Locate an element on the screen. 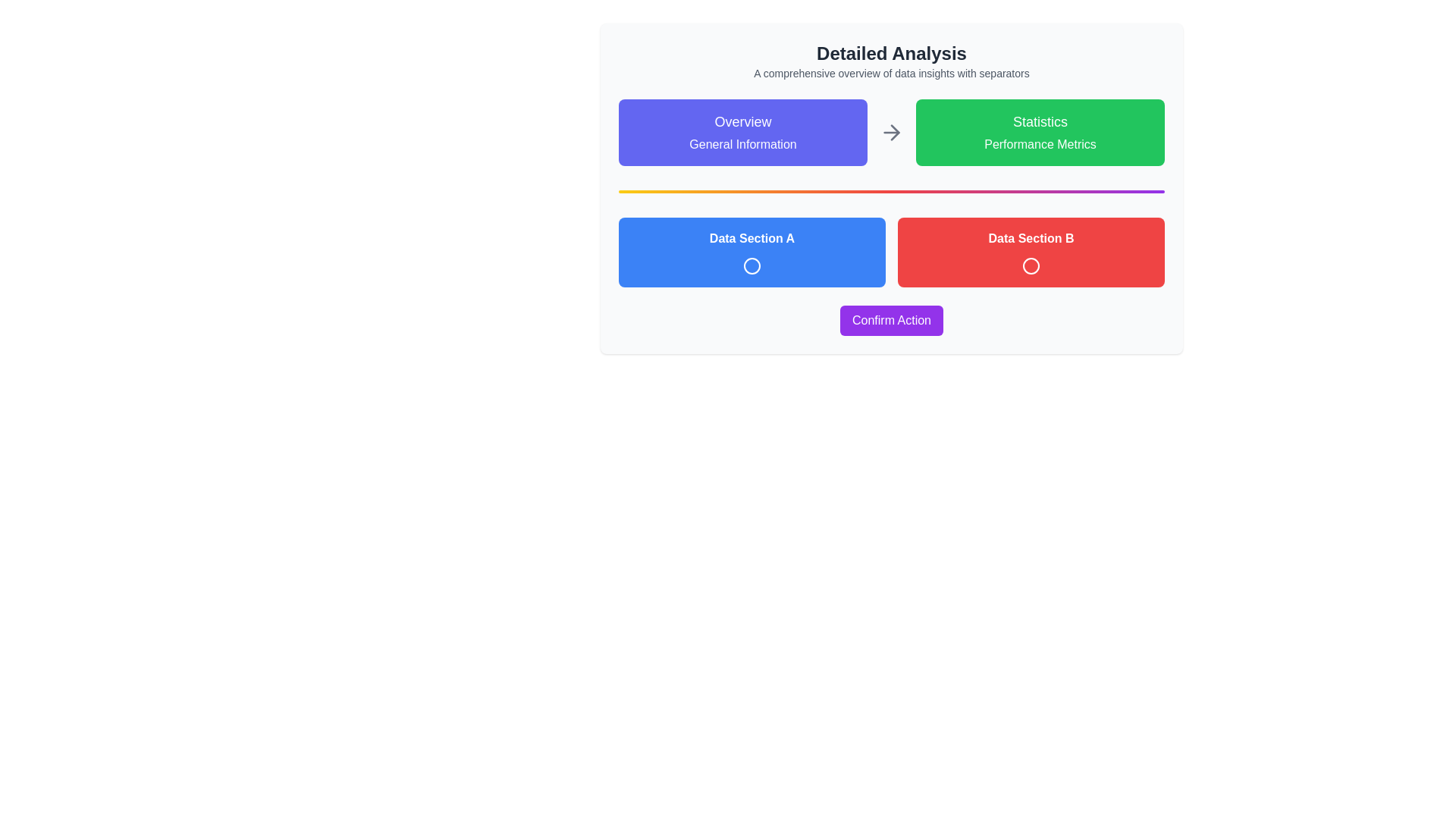 The height and width of the screenshot is (819, 1456). the triangular arrowhead part of the right-arrow icon, which is positioned between the 'Overview' and 'Statistics' sections at the top of the interface is located at coordinates (895, 131).